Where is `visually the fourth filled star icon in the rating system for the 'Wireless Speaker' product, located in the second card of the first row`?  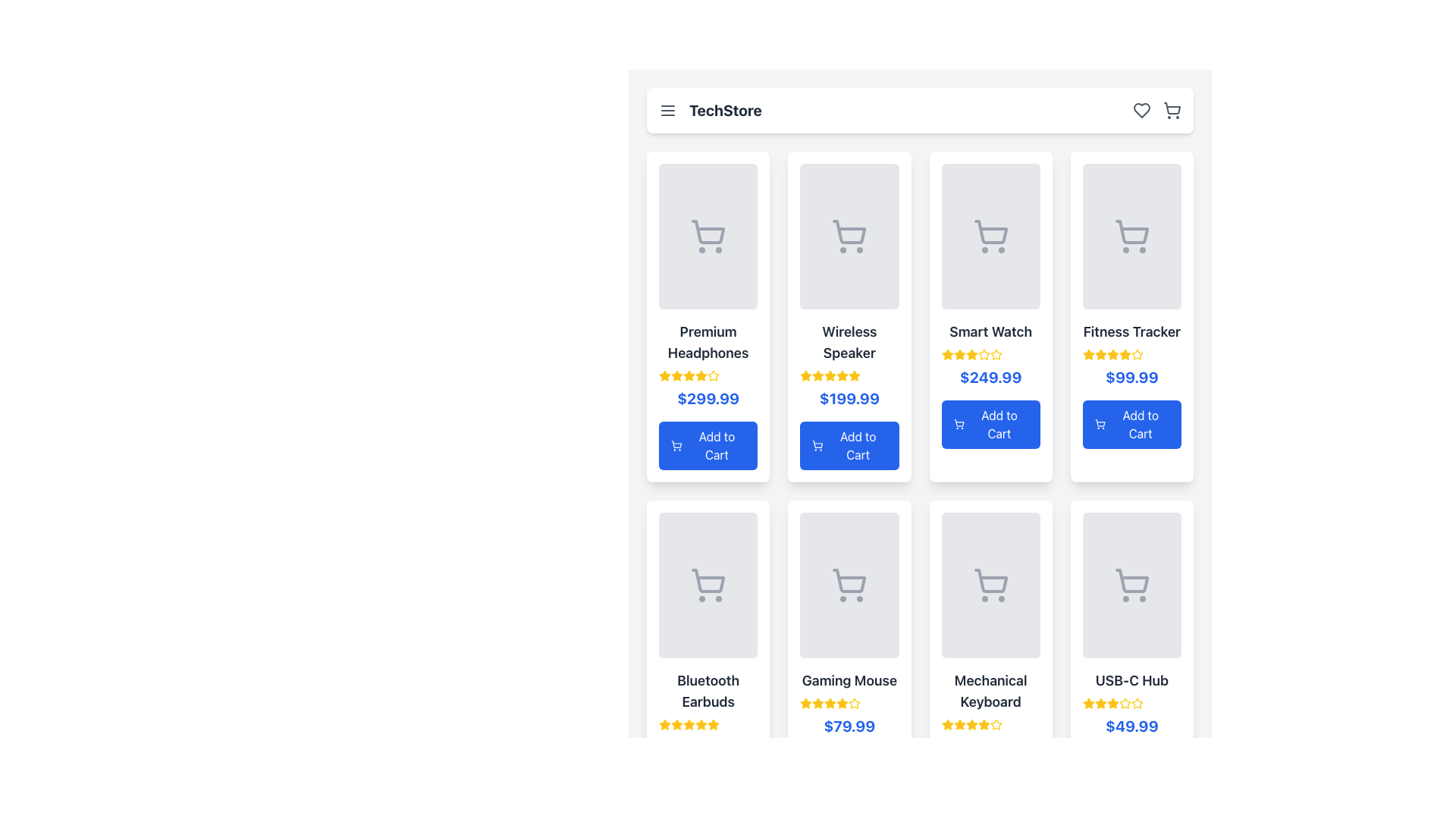 visually the fourth filled star icon in the rating system for the 'Wireless Speaker' product, located in the second card of the first row is located at coordinates (830, 375).